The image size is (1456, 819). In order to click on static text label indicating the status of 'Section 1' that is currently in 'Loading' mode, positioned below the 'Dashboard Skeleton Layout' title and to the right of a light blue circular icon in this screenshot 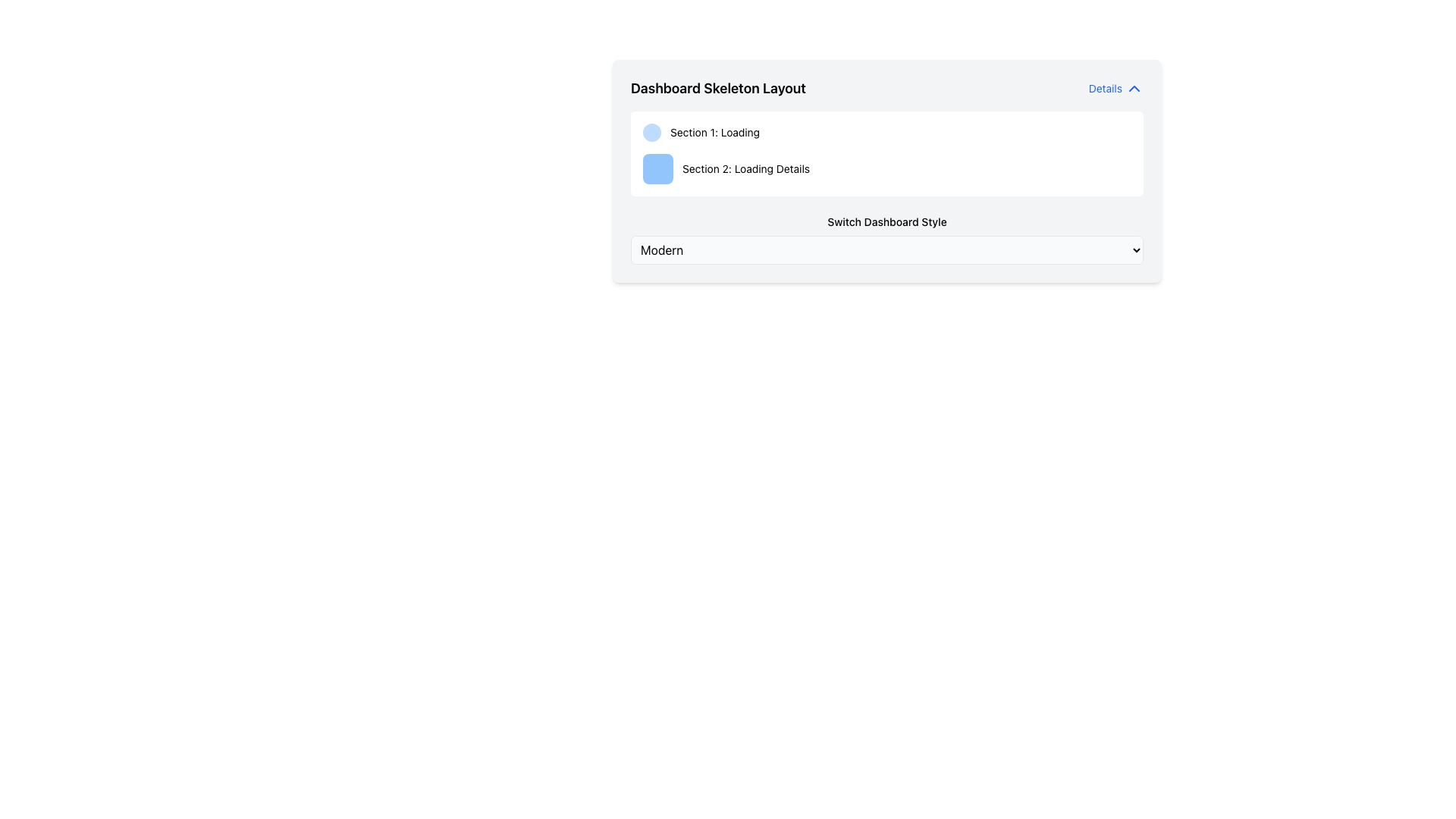, I will do `click(714, 131)`.